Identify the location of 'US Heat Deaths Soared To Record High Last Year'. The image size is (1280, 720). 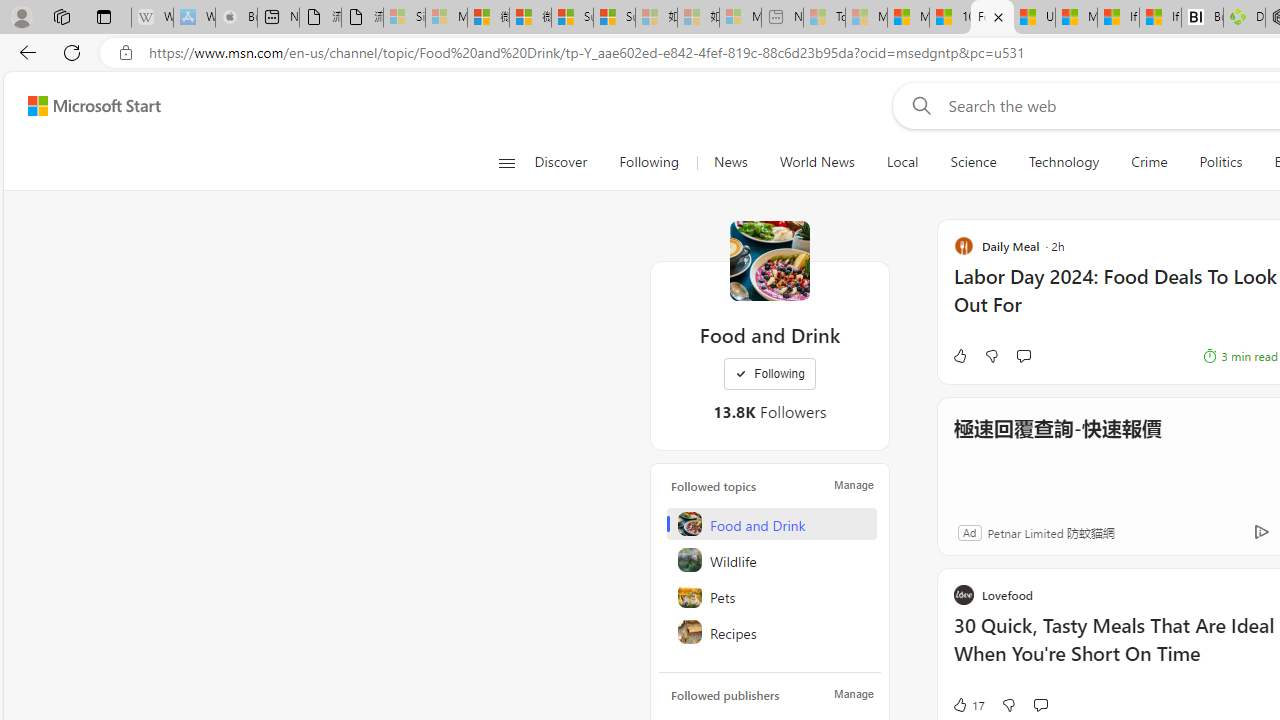
(1034, 17).